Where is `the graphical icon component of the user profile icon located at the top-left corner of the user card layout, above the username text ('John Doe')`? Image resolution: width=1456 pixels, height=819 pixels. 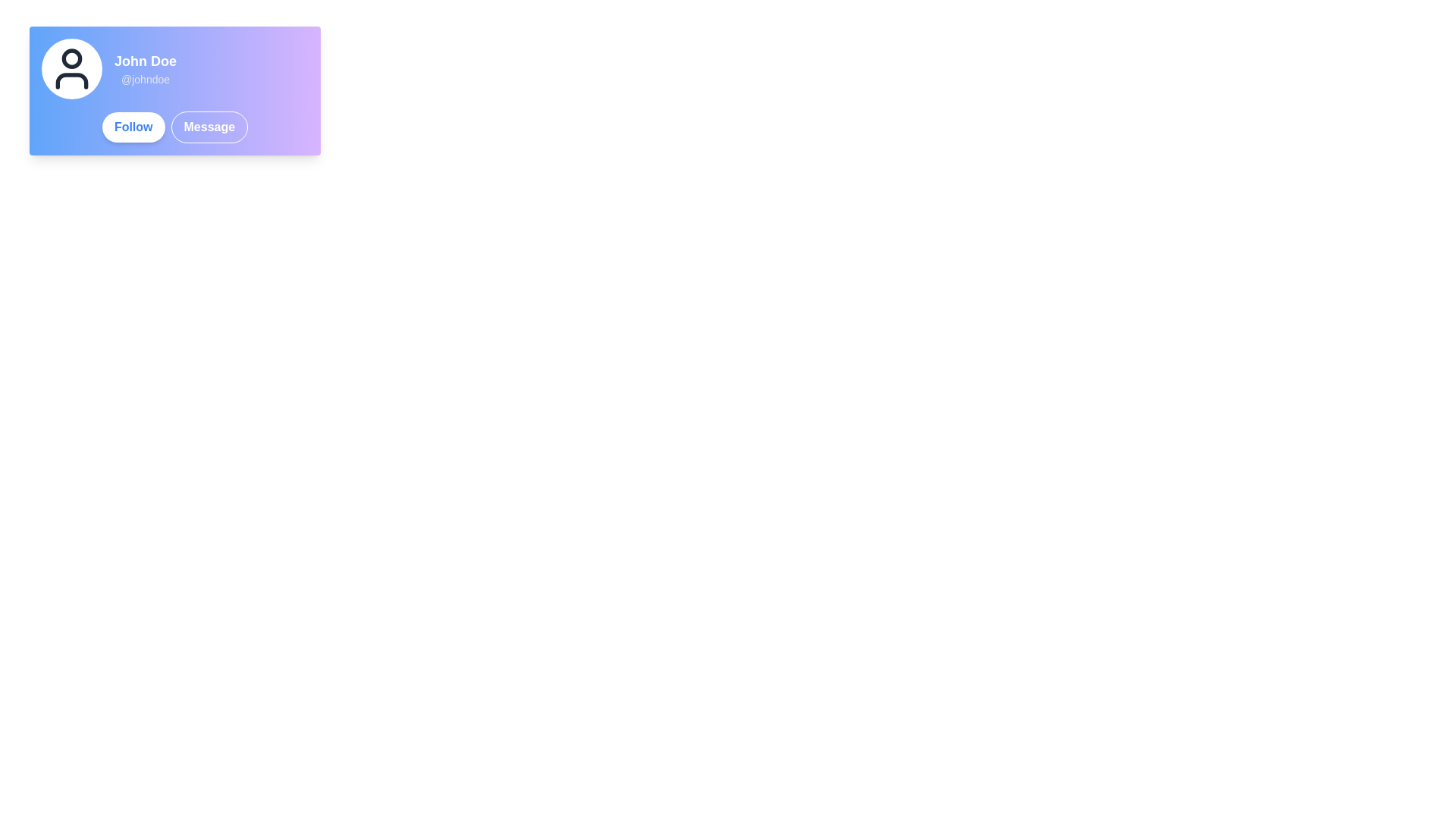
the graphical icon component of the user profile icon located at the top-left corner of the user card layout, above the username text ('John Doe') is located at coordinates (71, 58).